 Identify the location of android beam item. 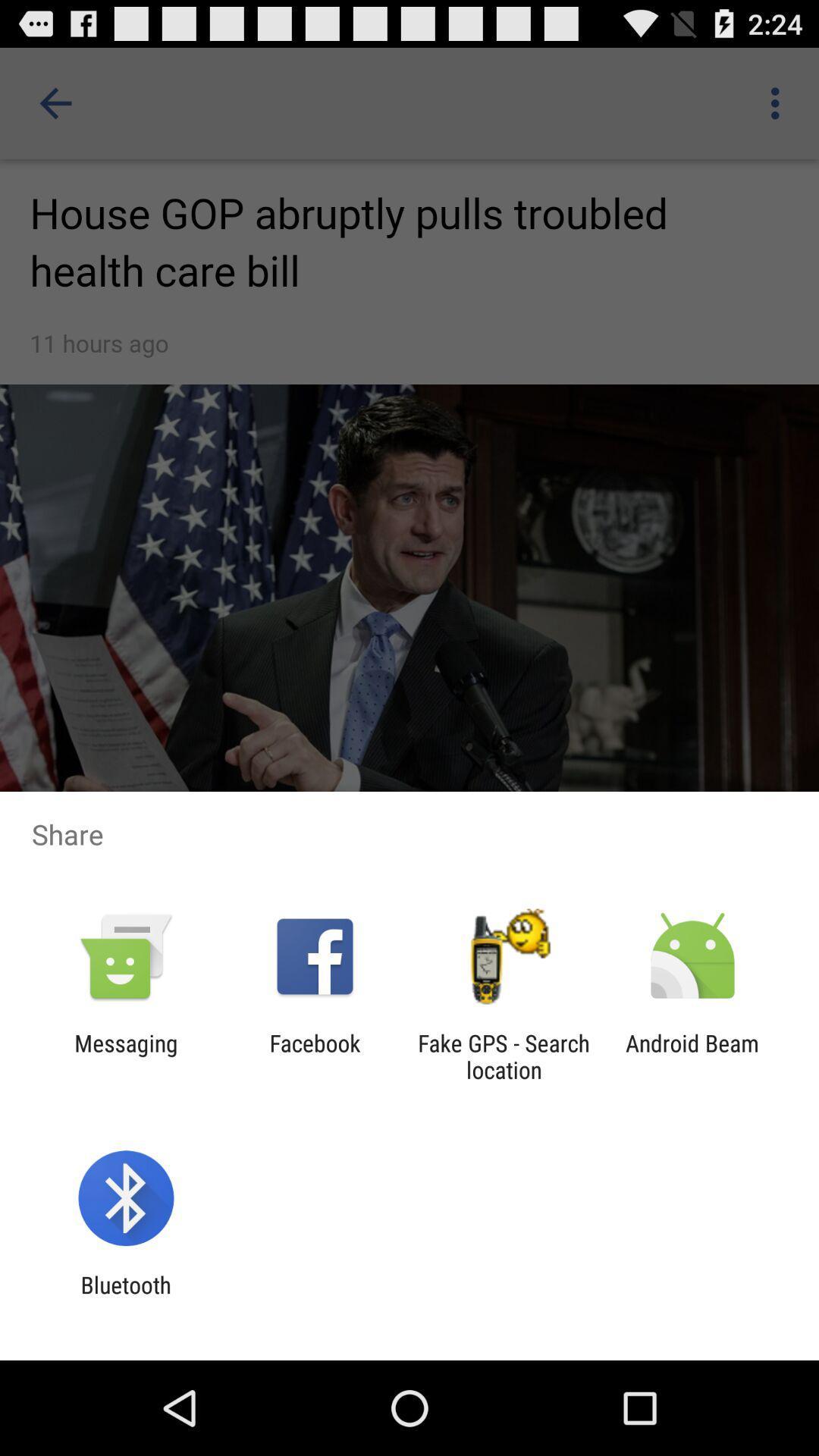
(692, 1056).